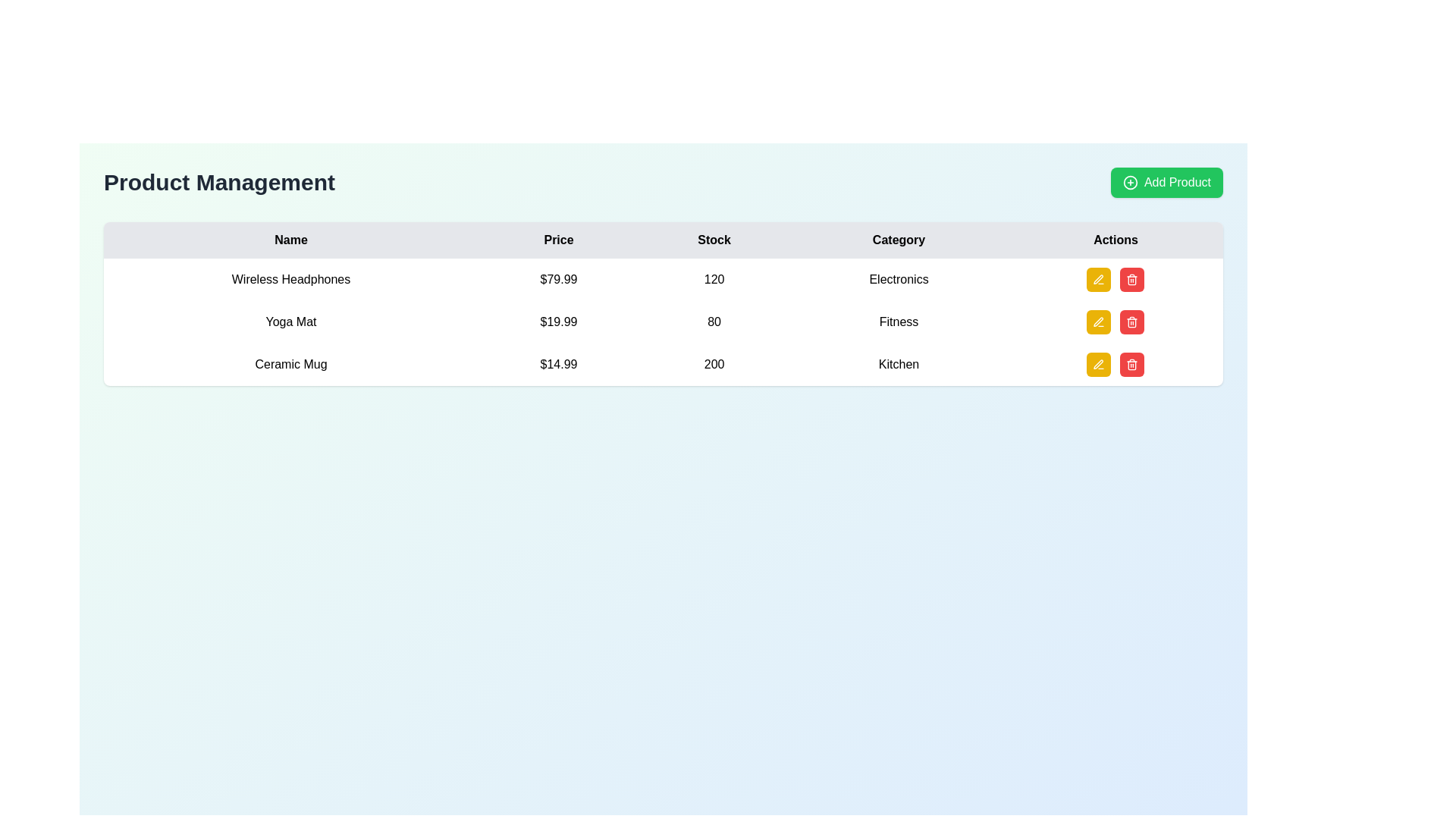  What do you see at coordinates (899, 365) in the screenshot?
I see `the text label in the 'Category' column of the last row, which provides contextual information about the product listed, located adjacent to '200' and action buttons` at bounding box center [899, 365].